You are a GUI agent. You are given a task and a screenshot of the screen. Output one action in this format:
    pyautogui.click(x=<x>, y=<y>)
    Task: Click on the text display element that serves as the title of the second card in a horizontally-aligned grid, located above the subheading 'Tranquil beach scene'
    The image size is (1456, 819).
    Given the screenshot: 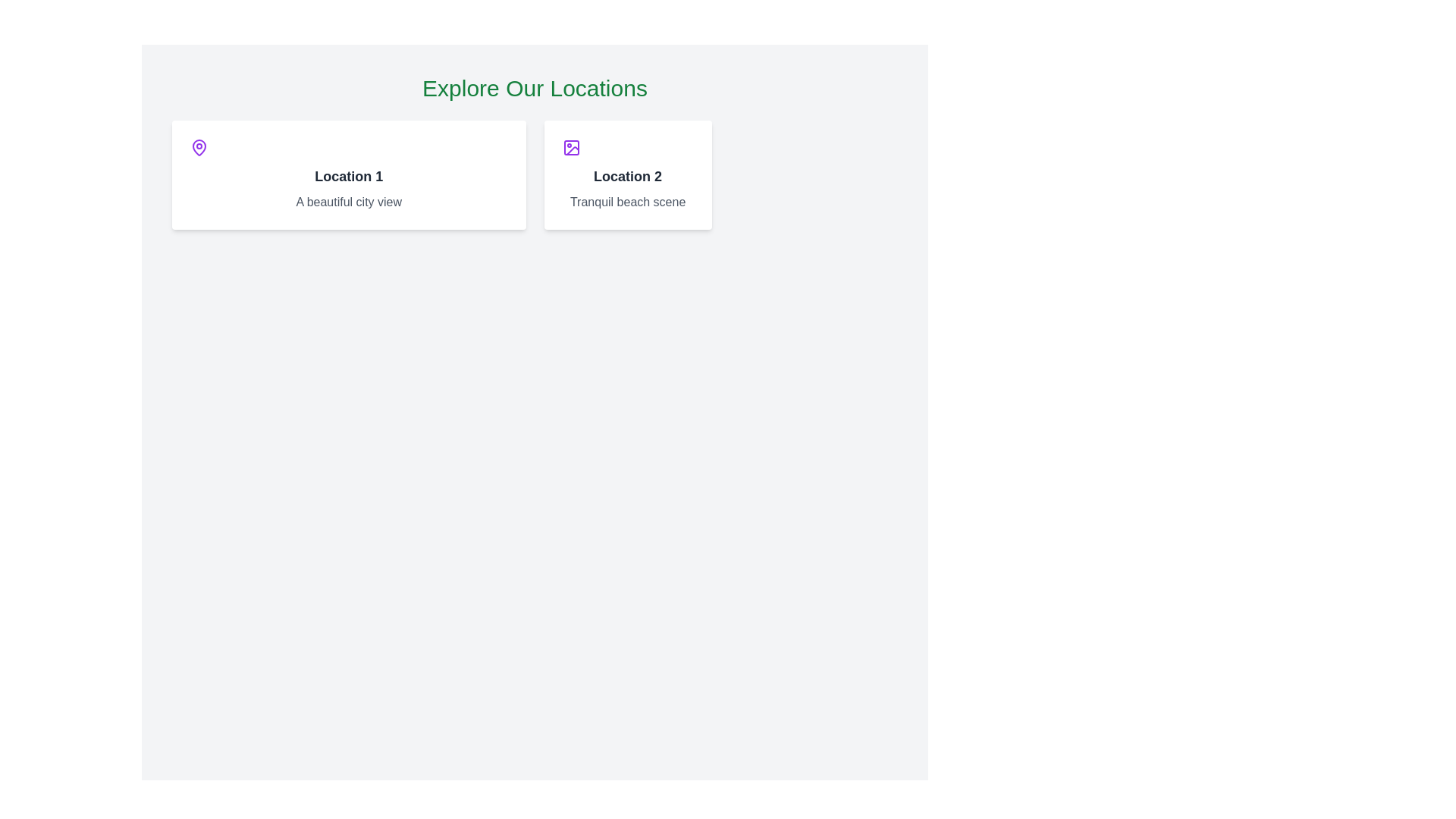 What is the action you would take?
    pyautogui.click(x=628, y=175)
    